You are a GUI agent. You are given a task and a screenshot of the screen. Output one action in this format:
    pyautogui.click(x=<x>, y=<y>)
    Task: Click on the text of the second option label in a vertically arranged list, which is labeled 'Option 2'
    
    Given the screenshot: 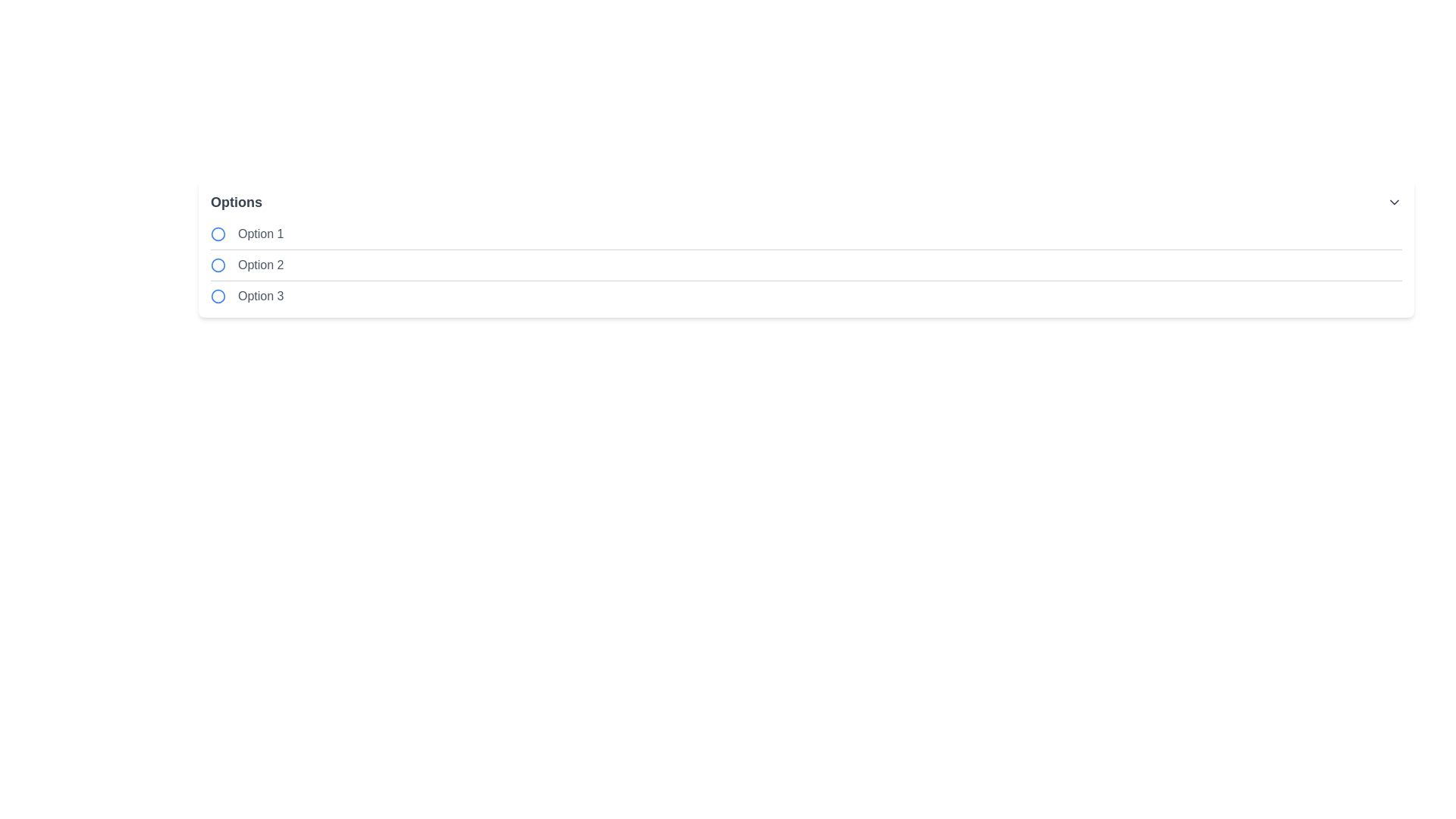 What is the action you would take?
    pyautogui.click(x=261, y=265)
    